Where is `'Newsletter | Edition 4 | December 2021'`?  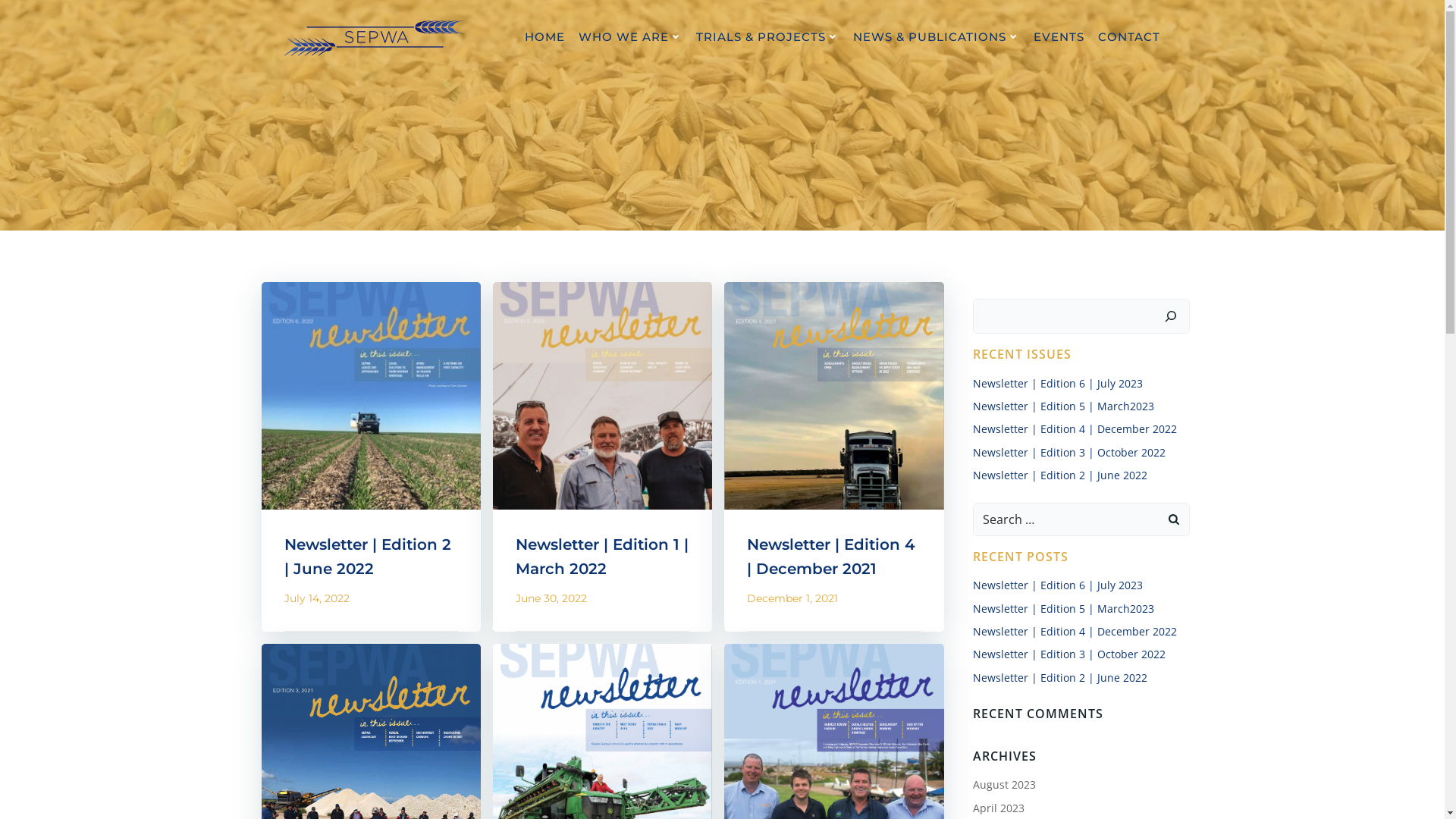
'Newsletter | Edition 4 | December 2021' is located at coordinates (833, 556).